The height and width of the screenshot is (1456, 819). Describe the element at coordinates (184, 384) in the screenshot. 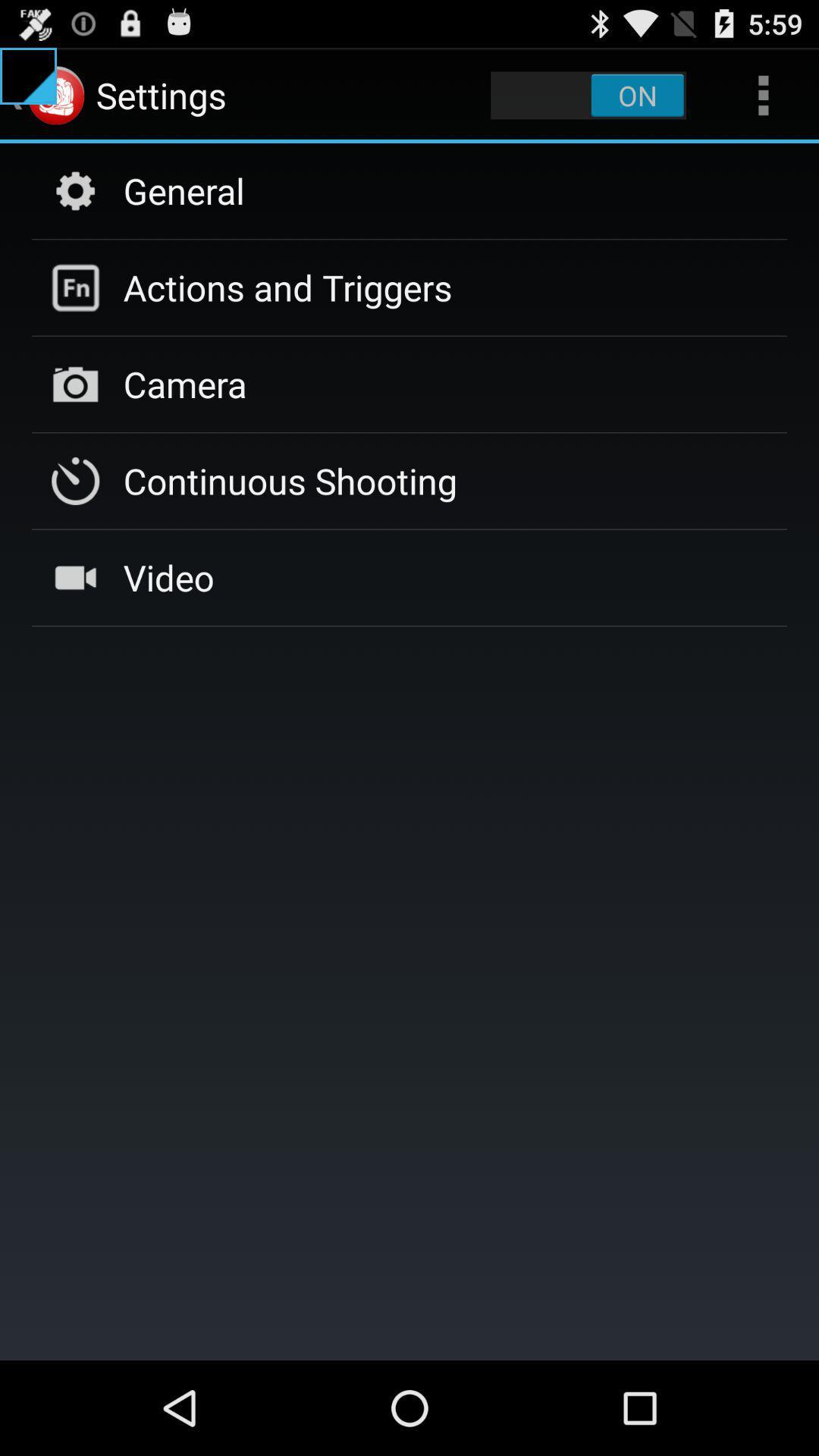

I see `camera icon` at that location.